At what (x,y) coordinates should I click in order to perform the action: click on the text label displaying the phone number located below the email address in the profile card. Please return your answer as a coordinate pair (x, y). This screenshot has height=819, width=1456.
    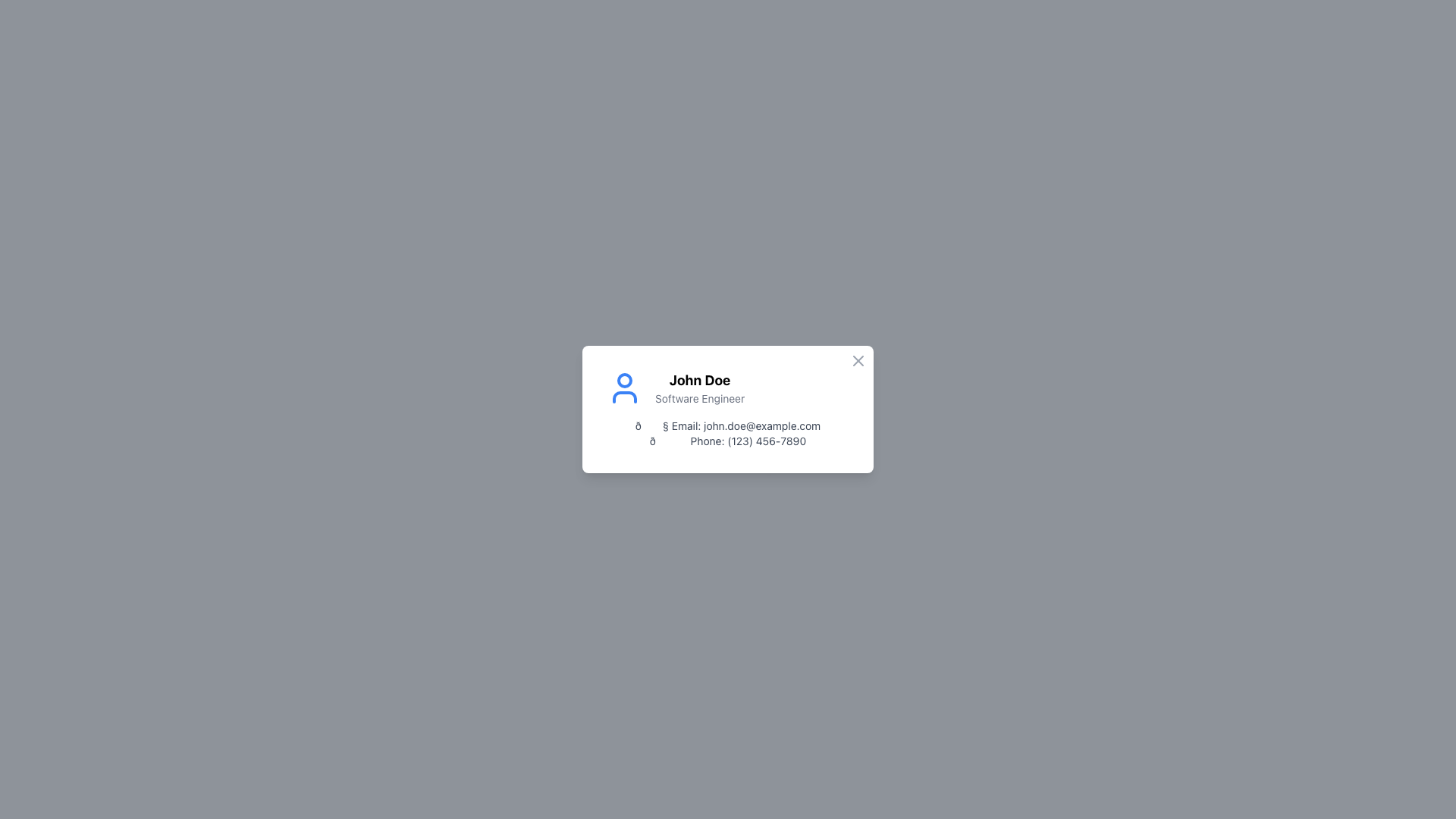
    Looking at the image, I should click on (728, 441).